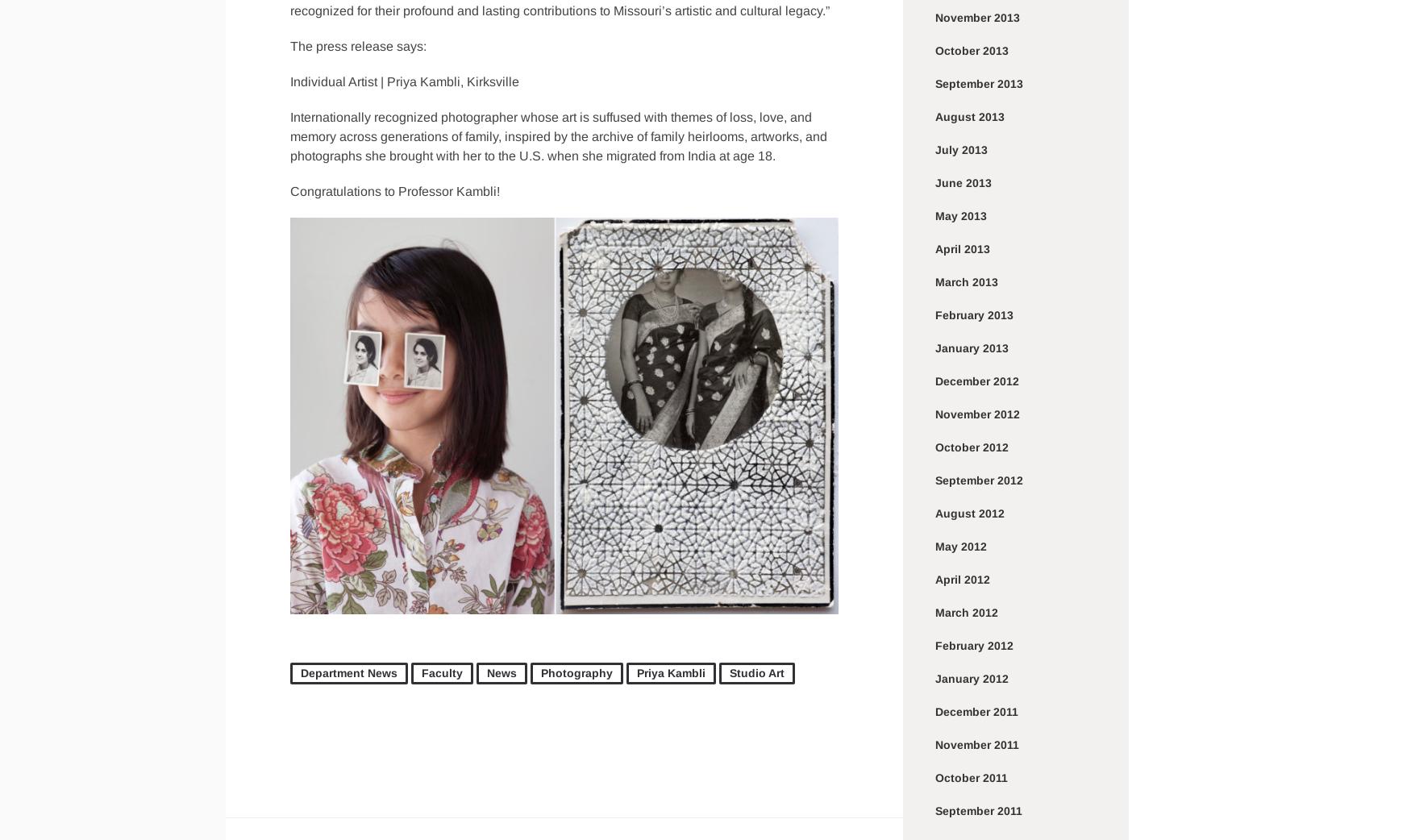  What do you see at coordinates (976, 710) in the screenshot?
I see `'December 2011'` at bounding box center [976, 710].